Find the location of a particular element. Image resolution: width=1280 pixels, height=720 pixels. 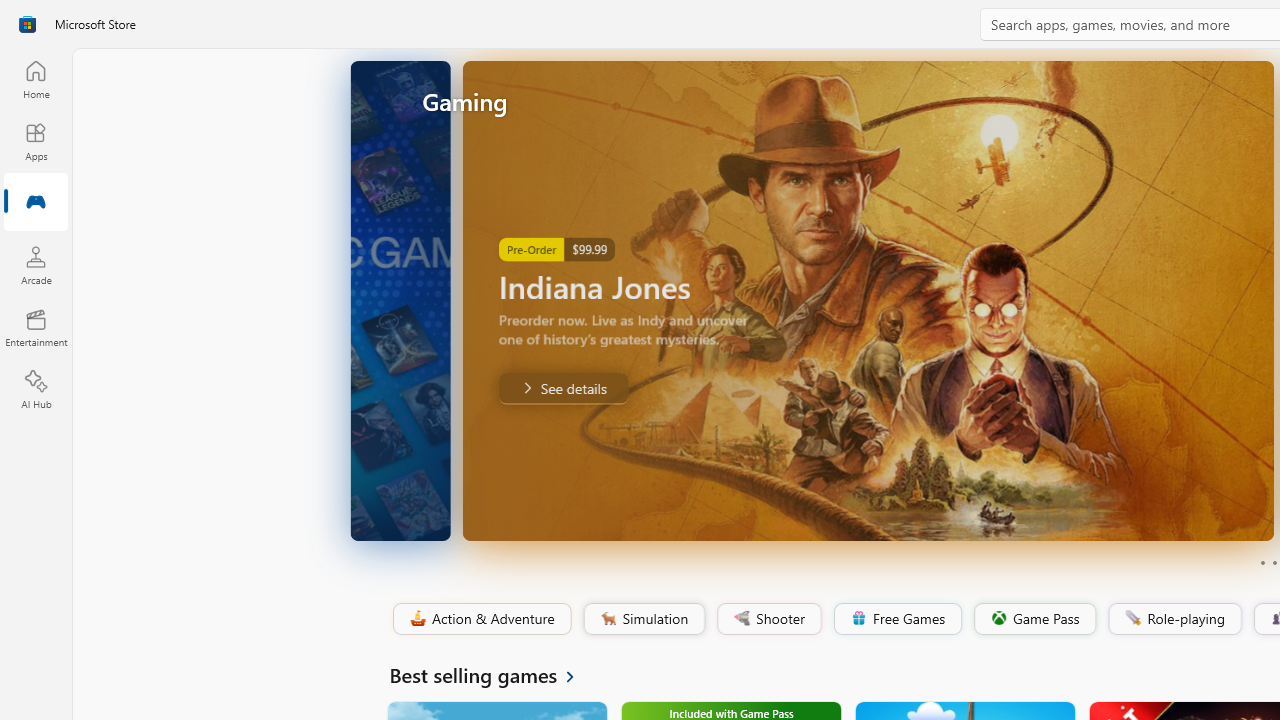

'Game Pass' is located at coordinates (1033, 618).